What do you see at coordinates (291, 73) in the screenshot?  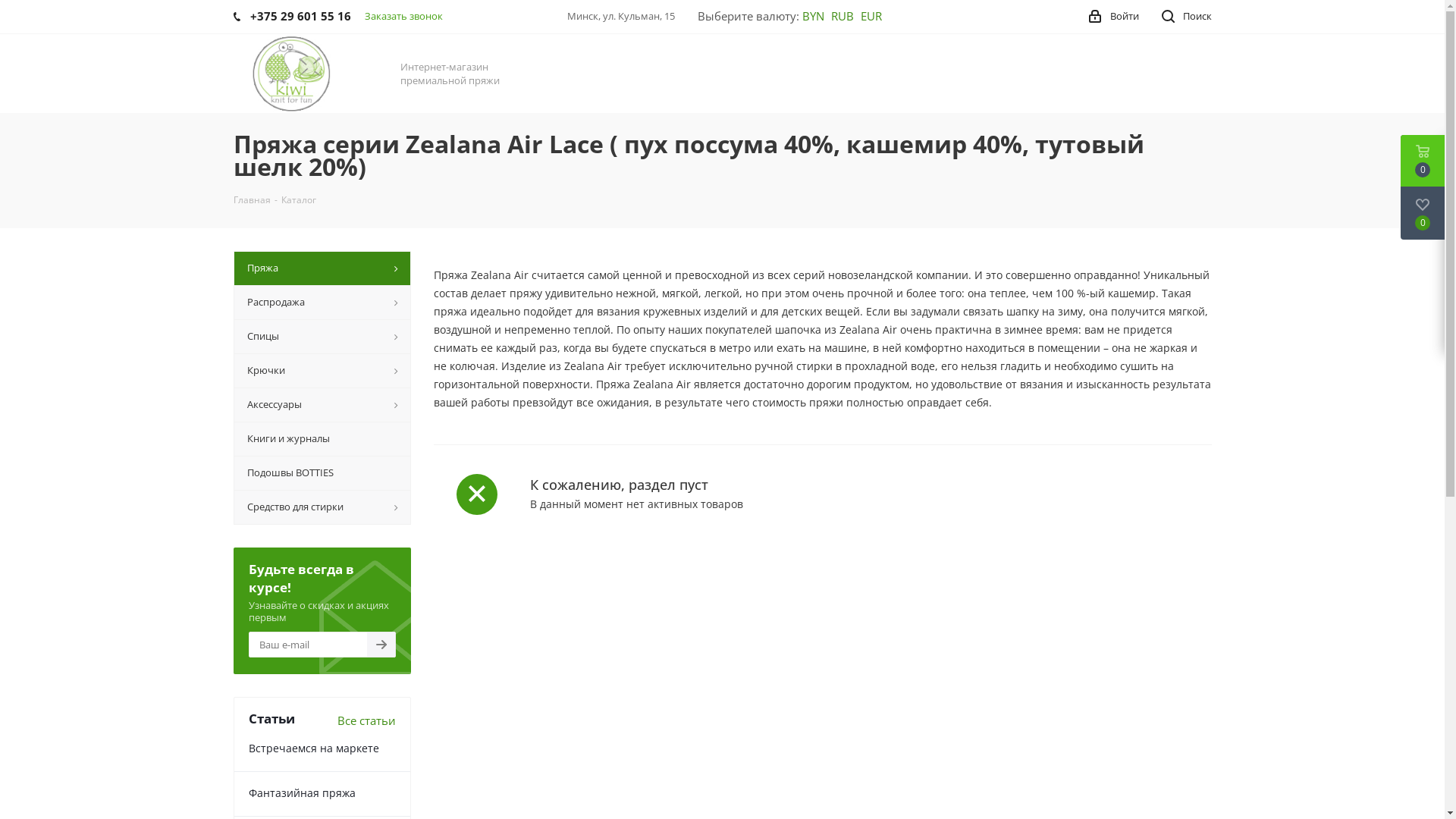 I see `'Kiwi-Kiwi'` at bounding box center [291, 73].